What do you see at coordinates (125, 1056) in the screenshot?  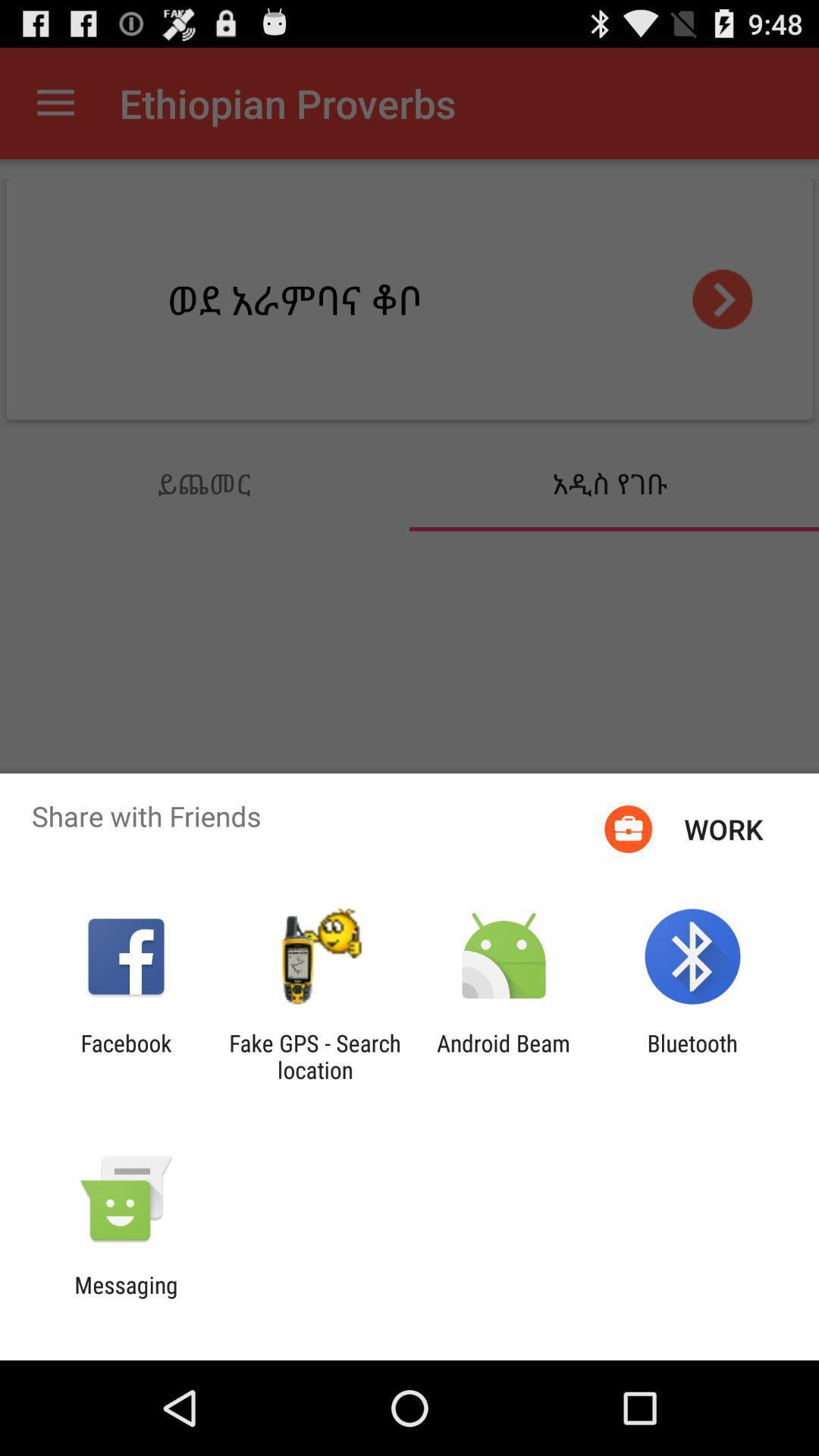 I see `the item next to the fake gps search icon` at bounding box center [125, 1056].